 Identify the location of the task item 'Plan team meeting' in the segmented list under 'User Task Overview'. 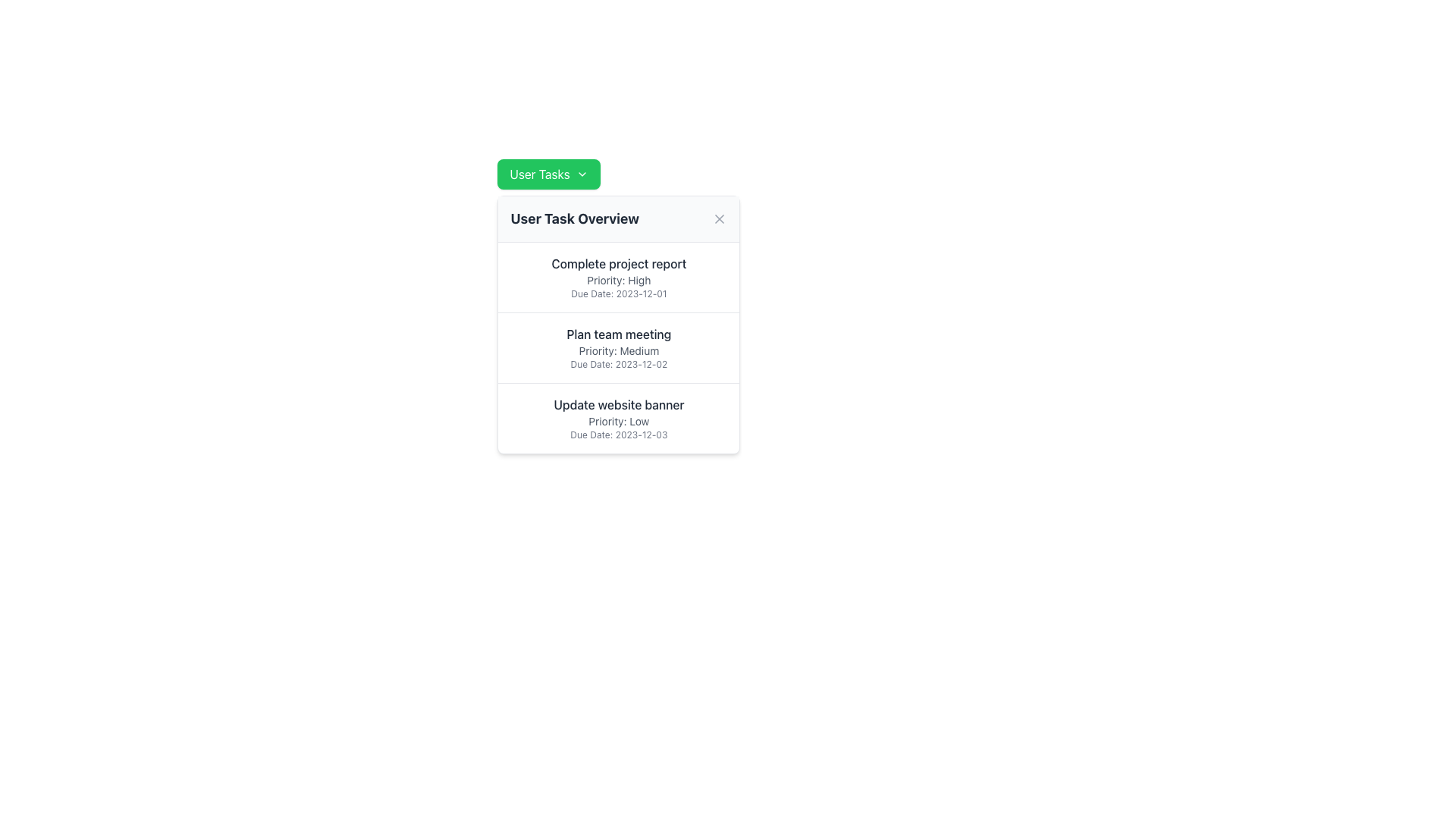
(619, 348).